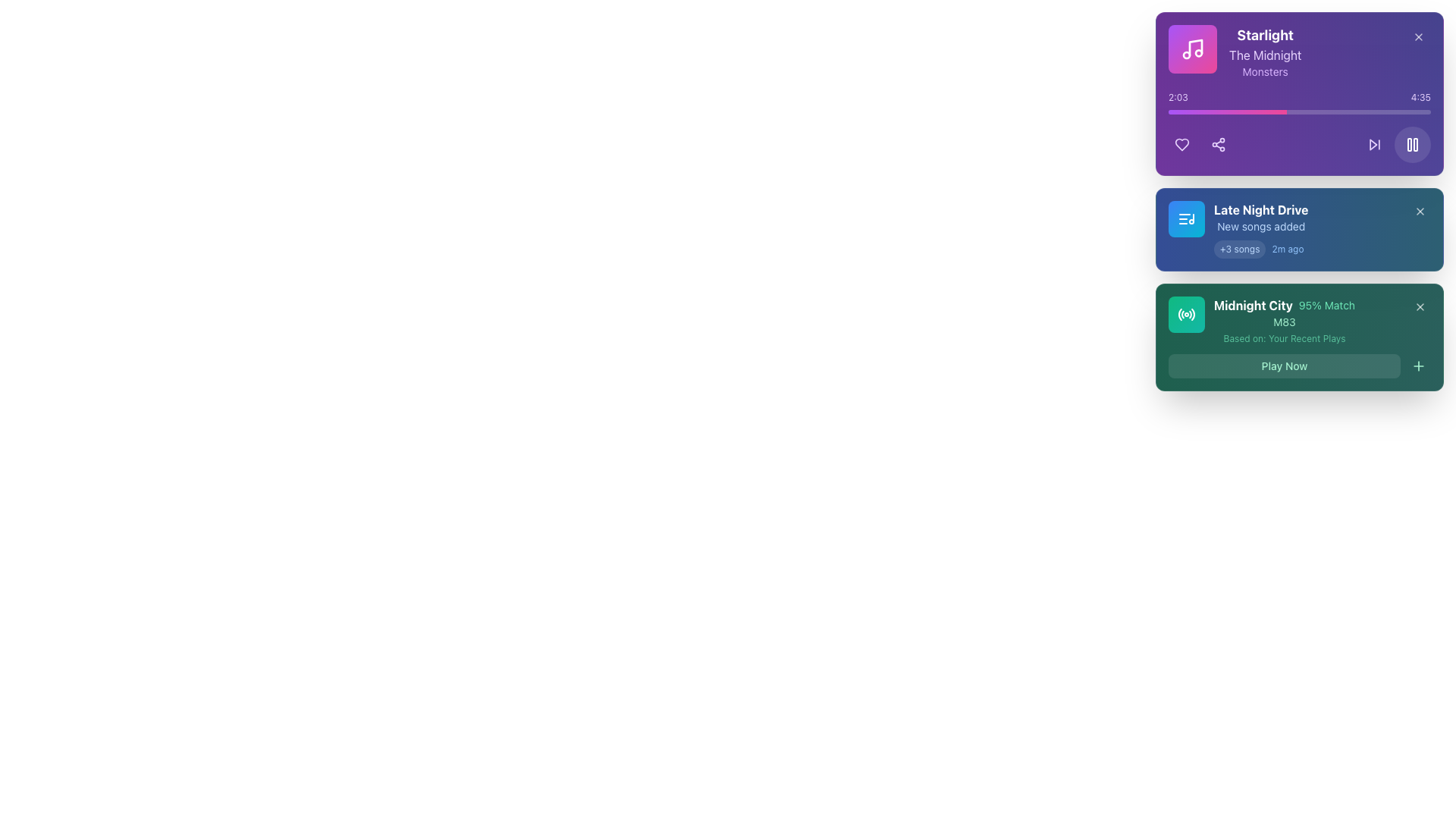 This screenshot has height=819, width=1456. Describe the element at coordinates (1284, 366) in the screenshot. I see `the 'Play Now' button, which is a rectangular button with rounded edges and emerald green text, to initiate playback` at that location.